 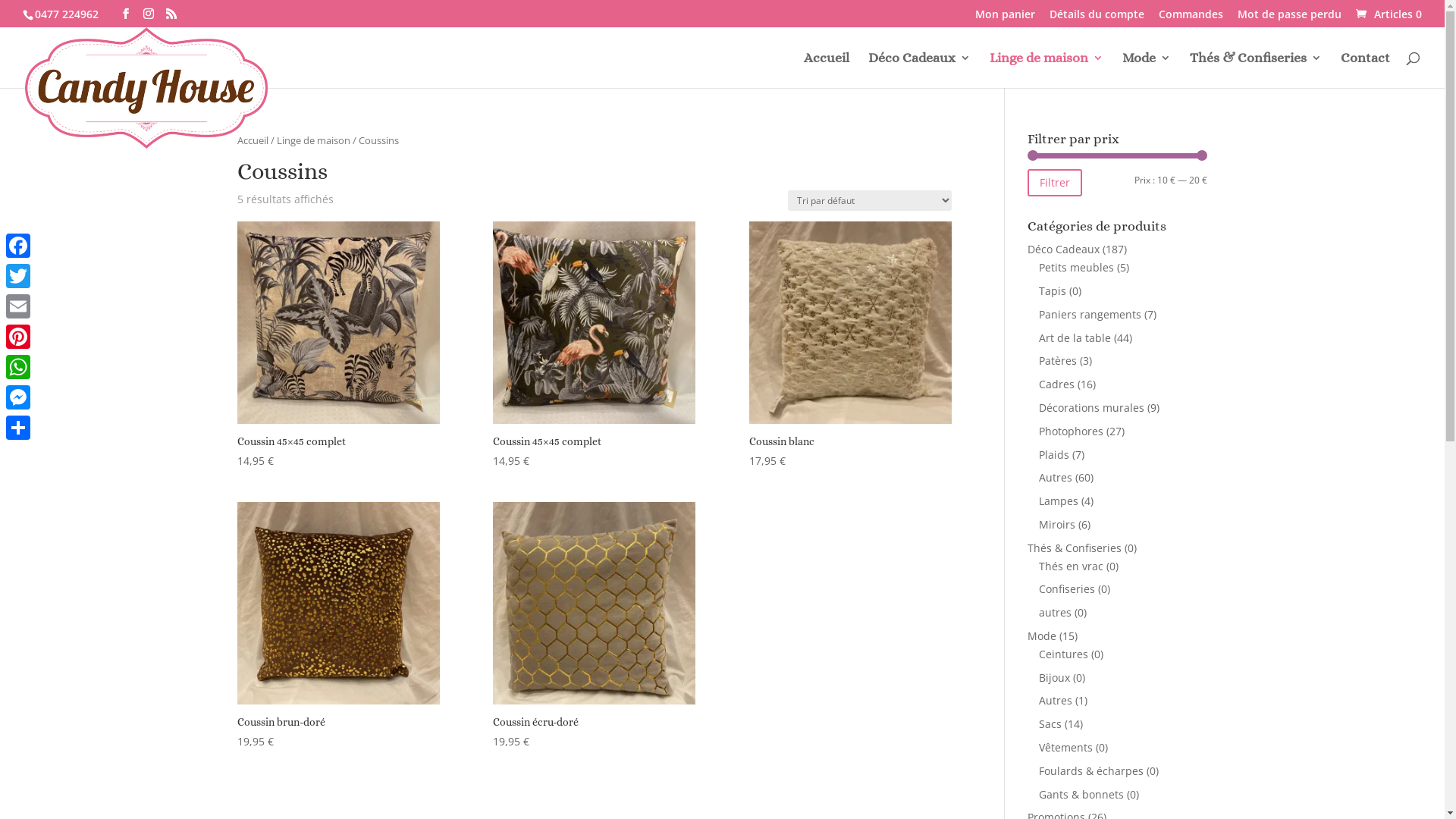 What do you see at coordinates (18, 306) in the screenshot?
I see `'Email'` at bounding box center [18, 306].